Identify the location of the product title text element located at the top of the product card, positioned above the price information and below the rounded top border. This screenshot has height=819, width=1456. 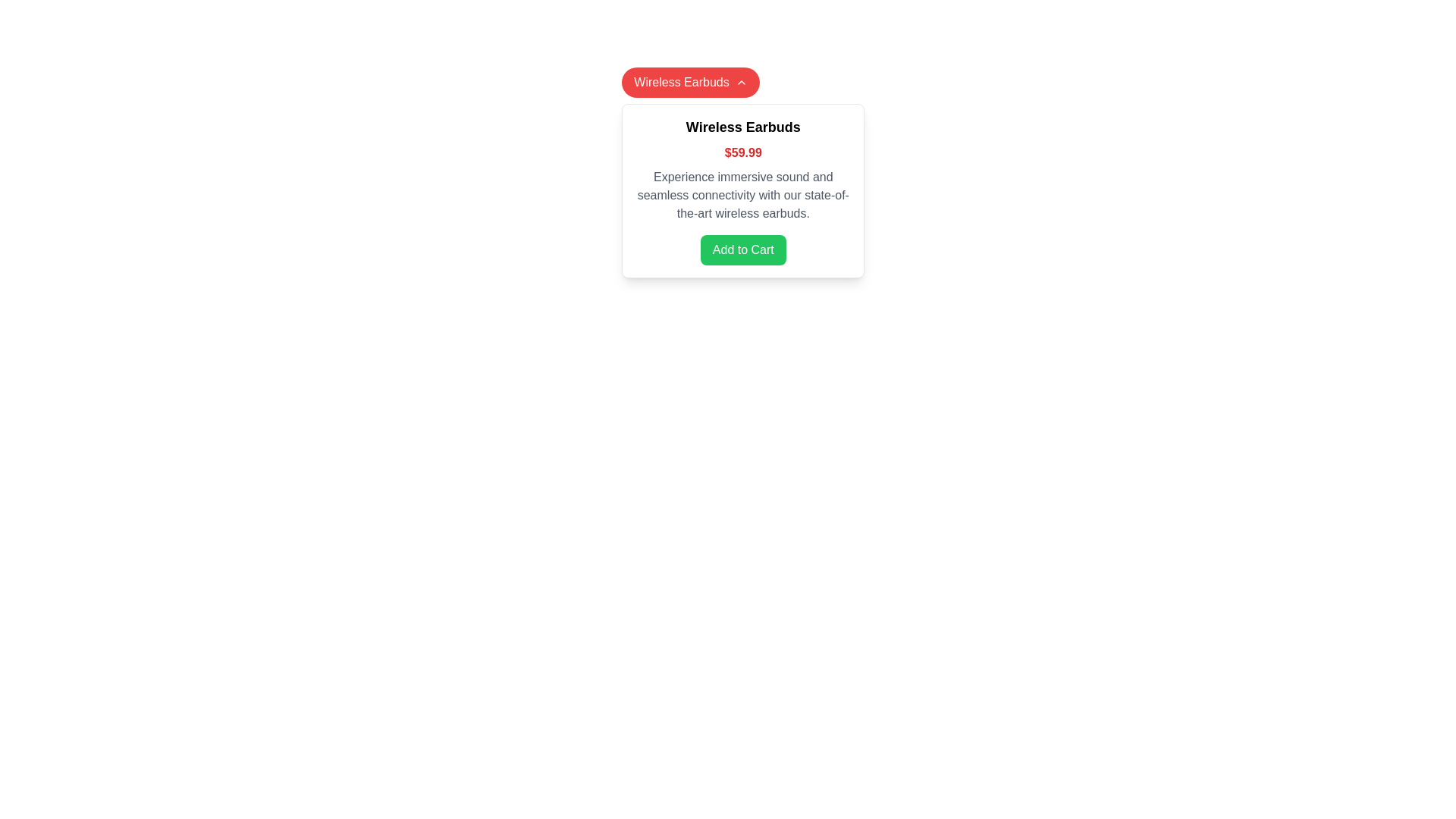
(743, 127).